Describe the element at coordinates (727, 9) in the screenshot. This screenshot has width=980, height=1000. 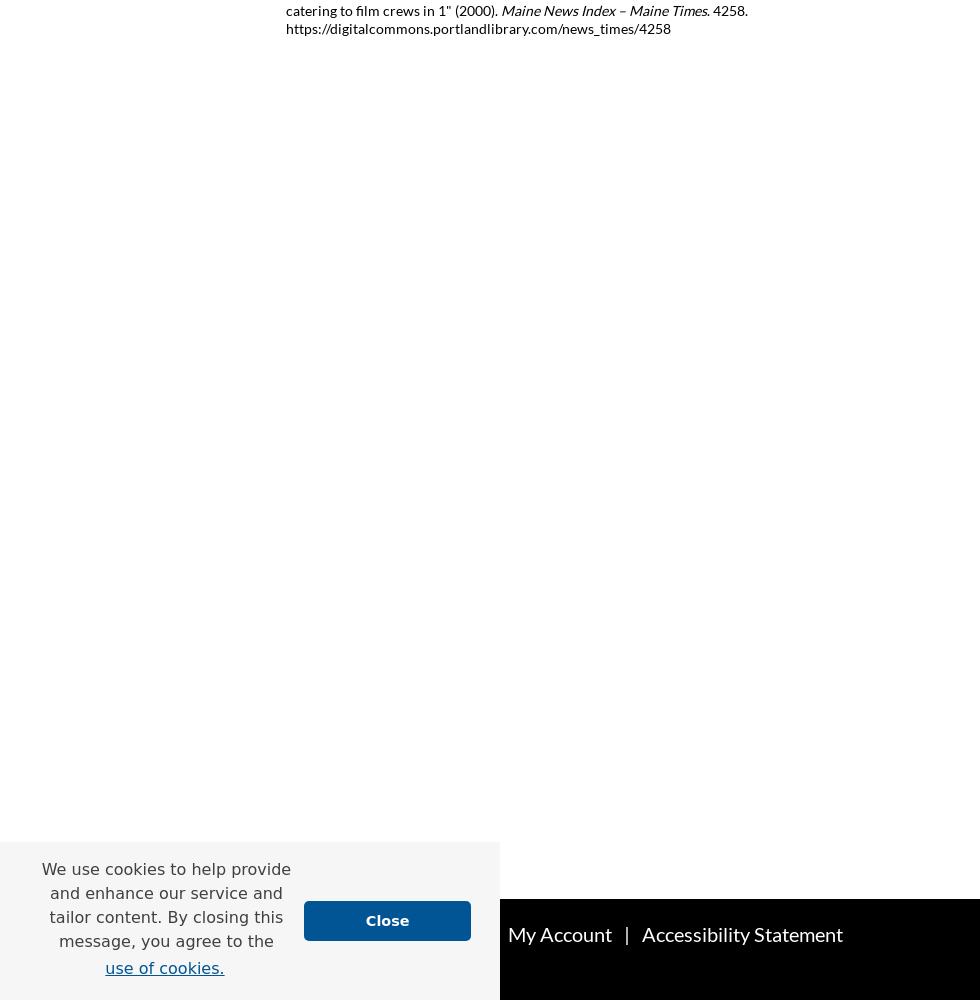
I see `'.  4258.'` at that location.